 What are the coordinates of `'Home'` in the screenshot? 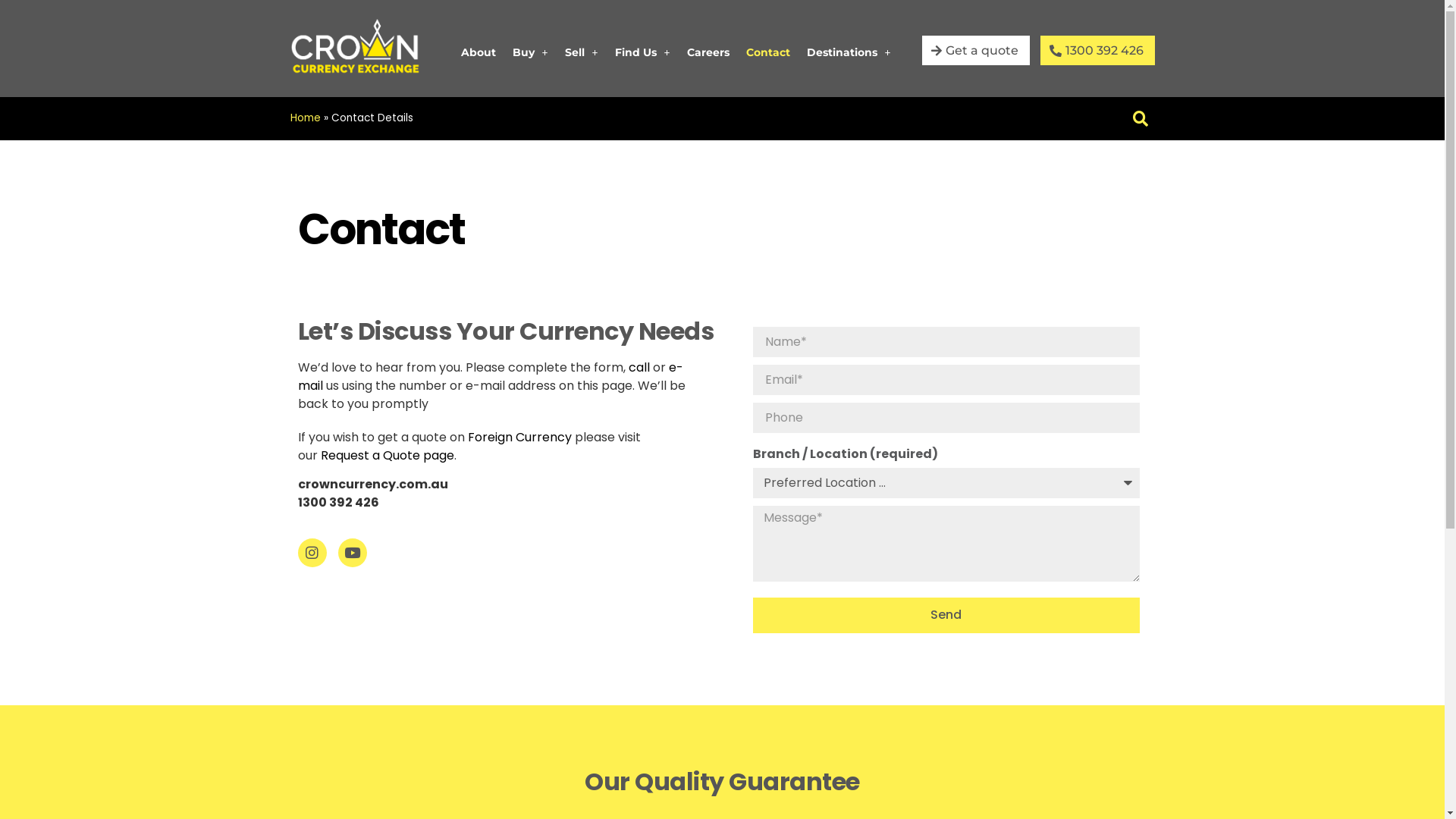 It's located at (304, 117).